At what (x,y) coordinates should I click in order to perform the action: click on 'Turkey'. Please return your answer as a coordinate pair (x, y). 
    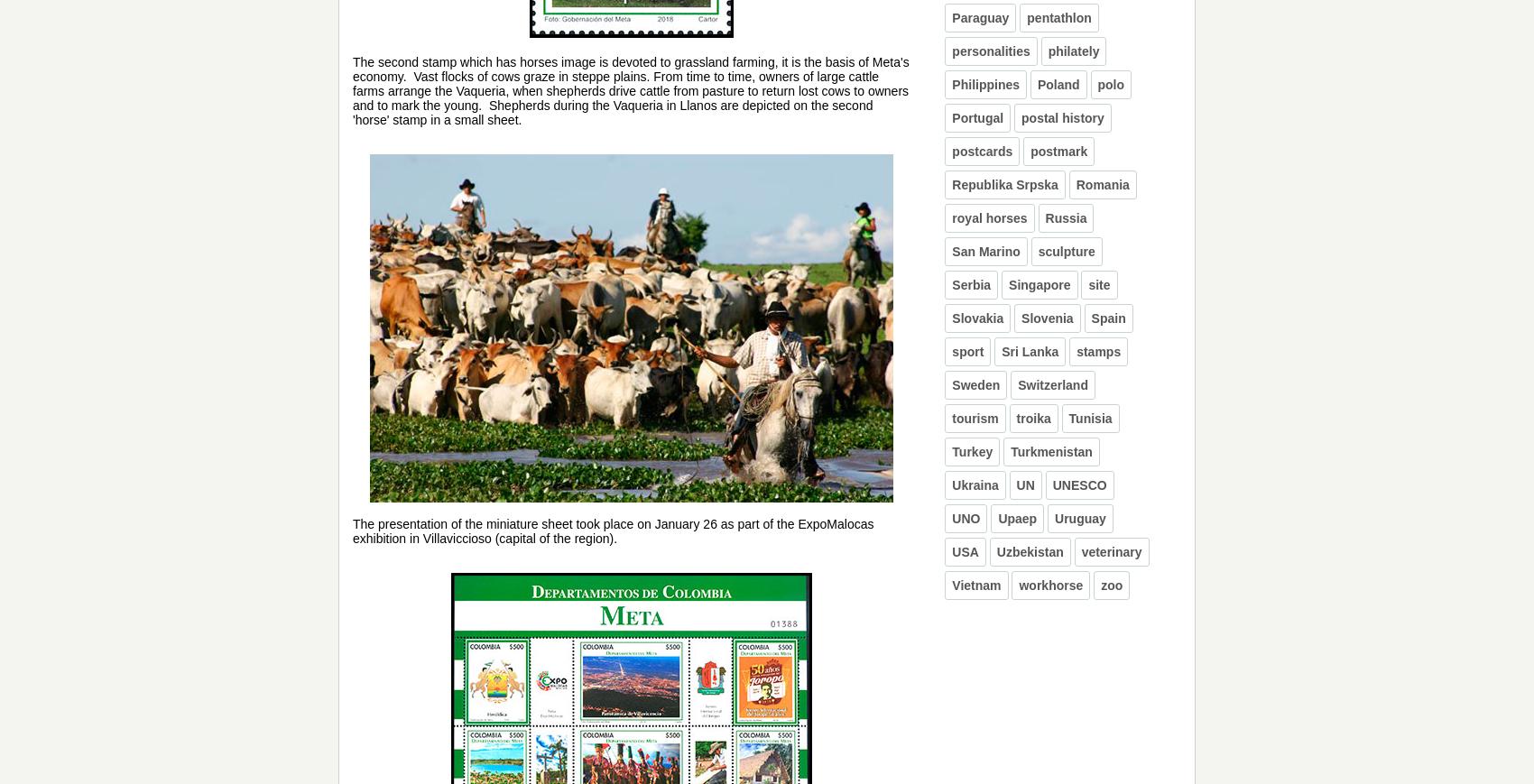
    Looking at the image, I should click on (972, 451).